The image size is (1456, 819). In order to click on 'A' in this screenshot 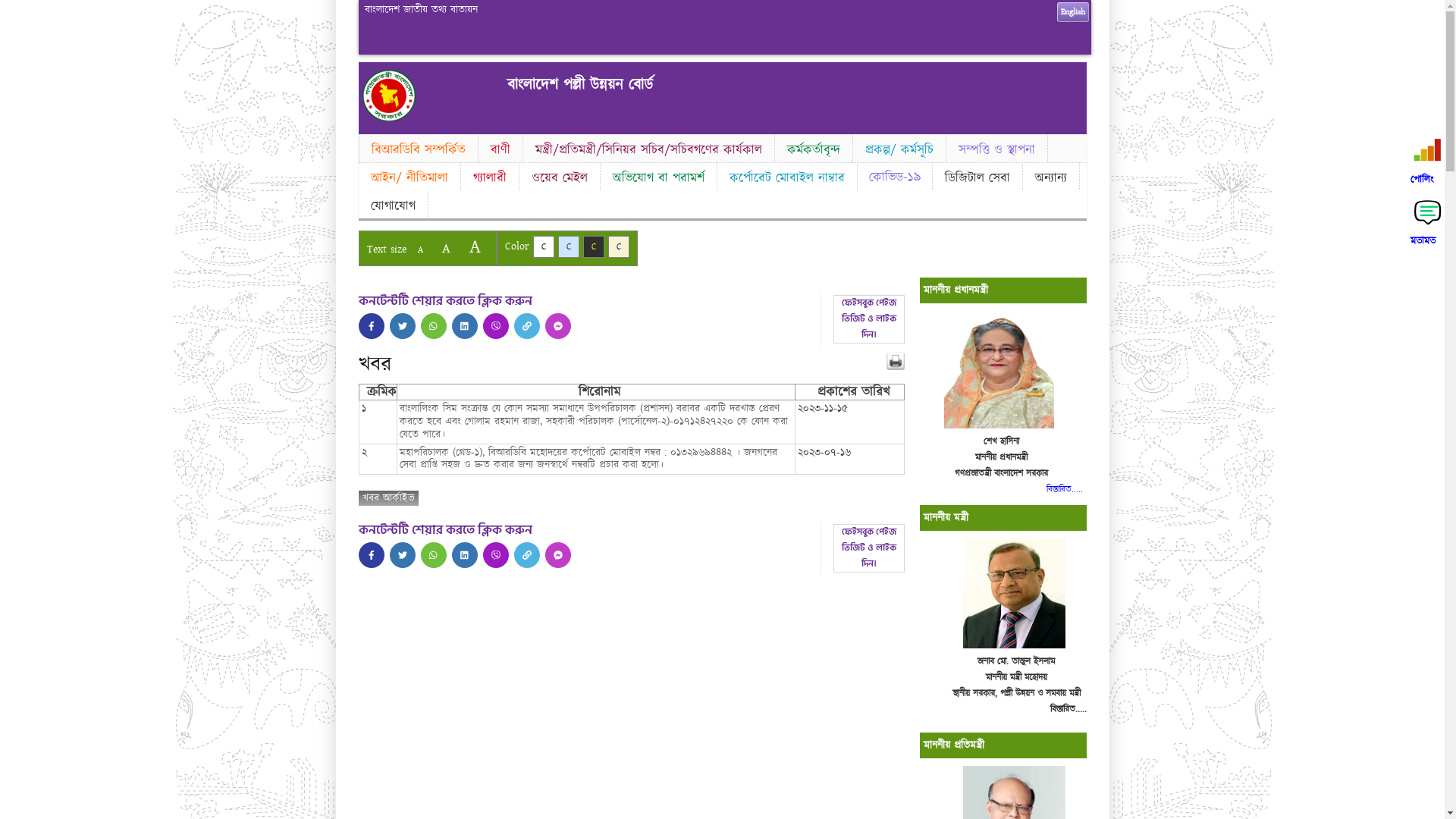, I will do `click(444, 247)`.